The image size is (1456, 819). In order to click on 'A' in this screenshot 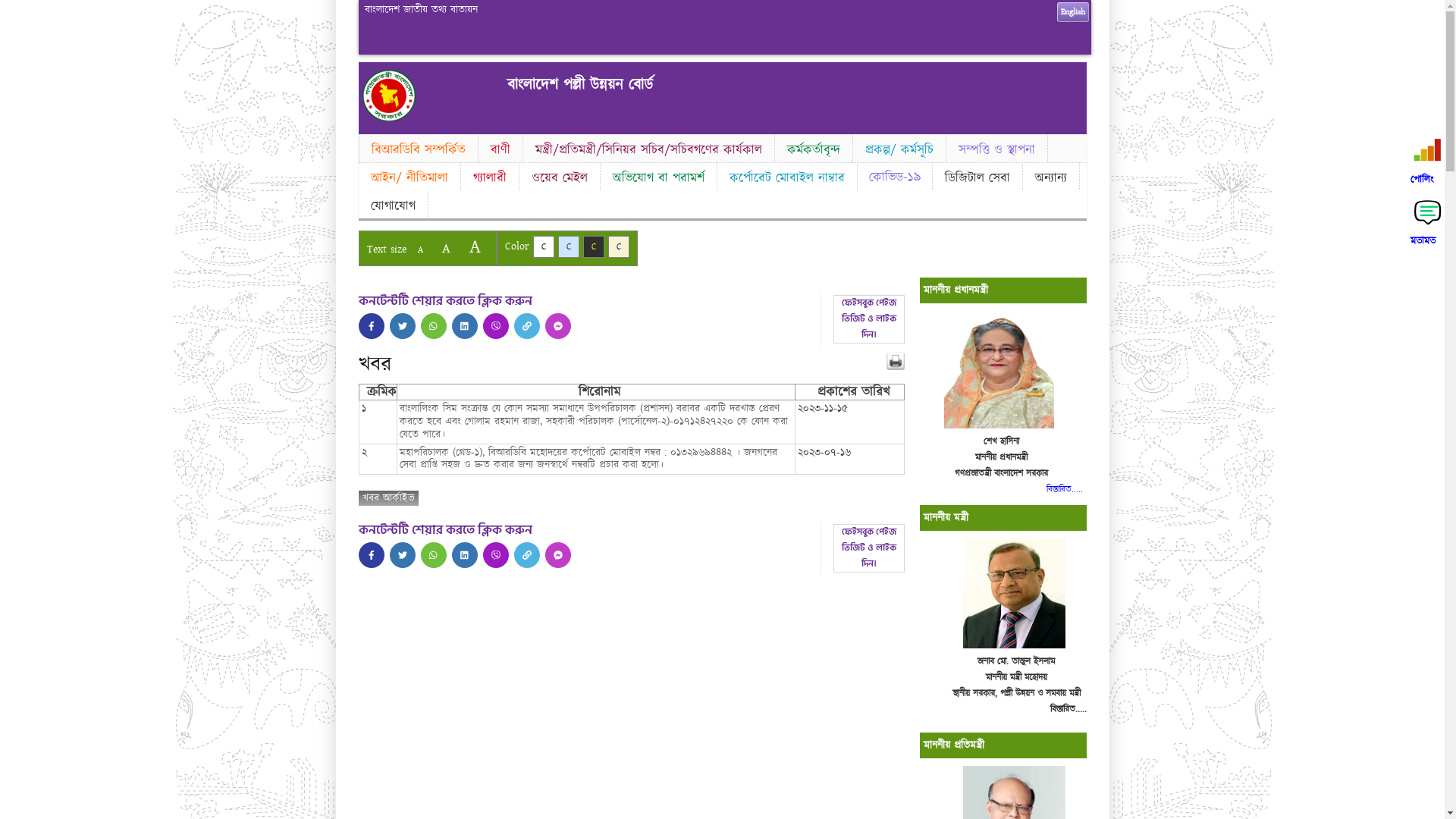, I will do `click(444, 247)`.